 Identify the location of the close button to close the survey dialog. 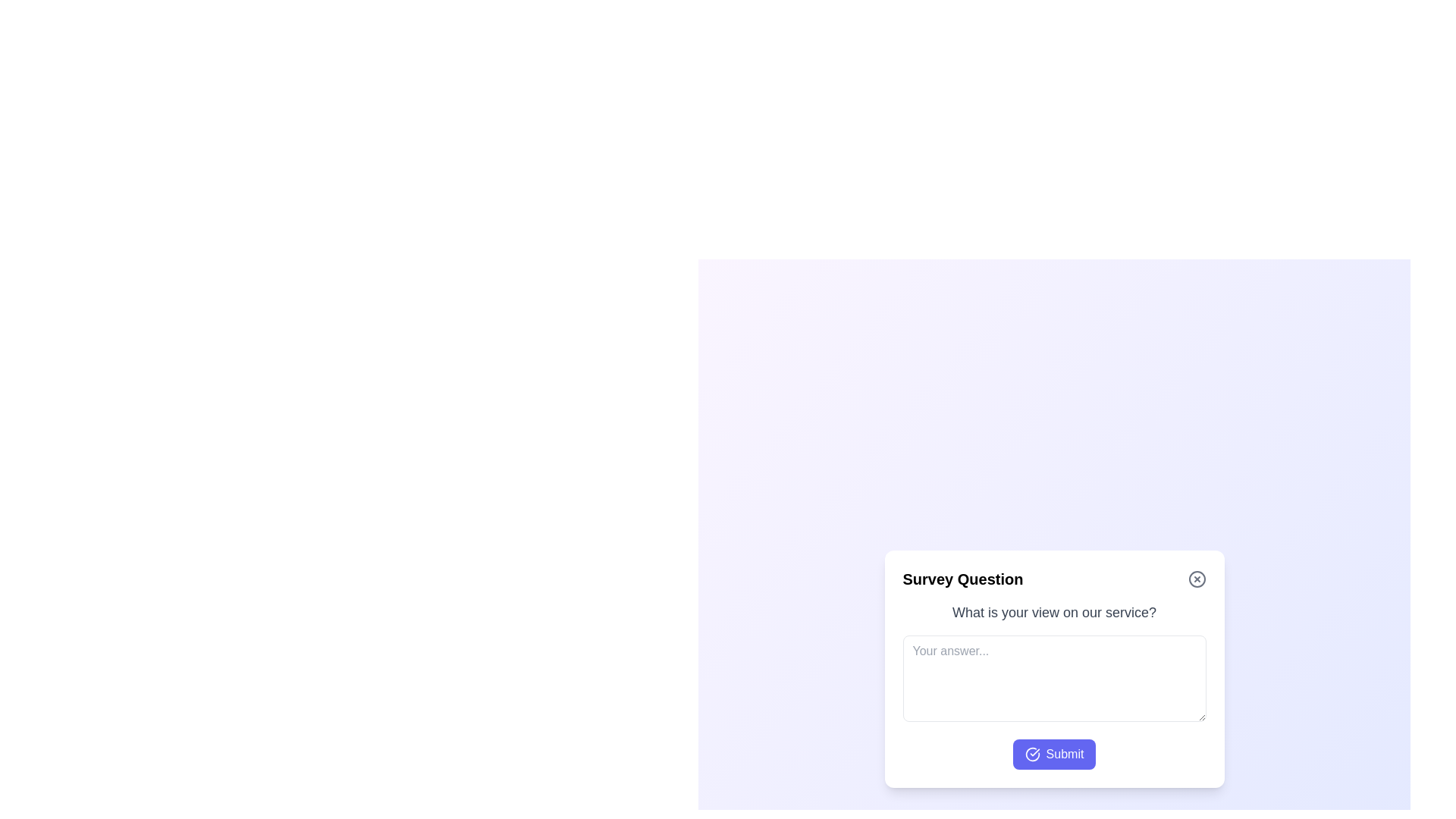
(1196, 579).